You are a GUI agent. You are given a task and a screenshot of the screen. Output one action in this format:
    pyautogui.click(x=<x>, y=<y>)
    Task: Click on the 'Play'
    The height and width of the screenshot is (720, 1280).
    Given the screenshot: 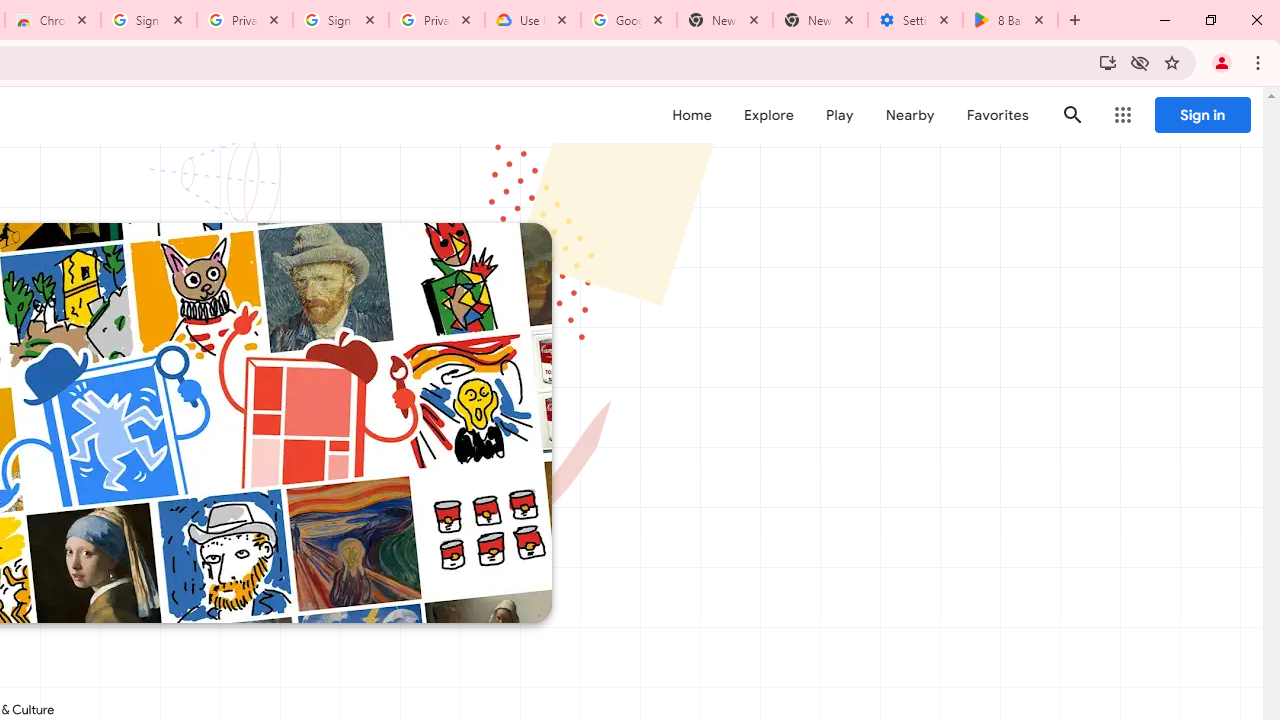 What is the action you would take?
    pyautogui.click(x=840, y=115)
    